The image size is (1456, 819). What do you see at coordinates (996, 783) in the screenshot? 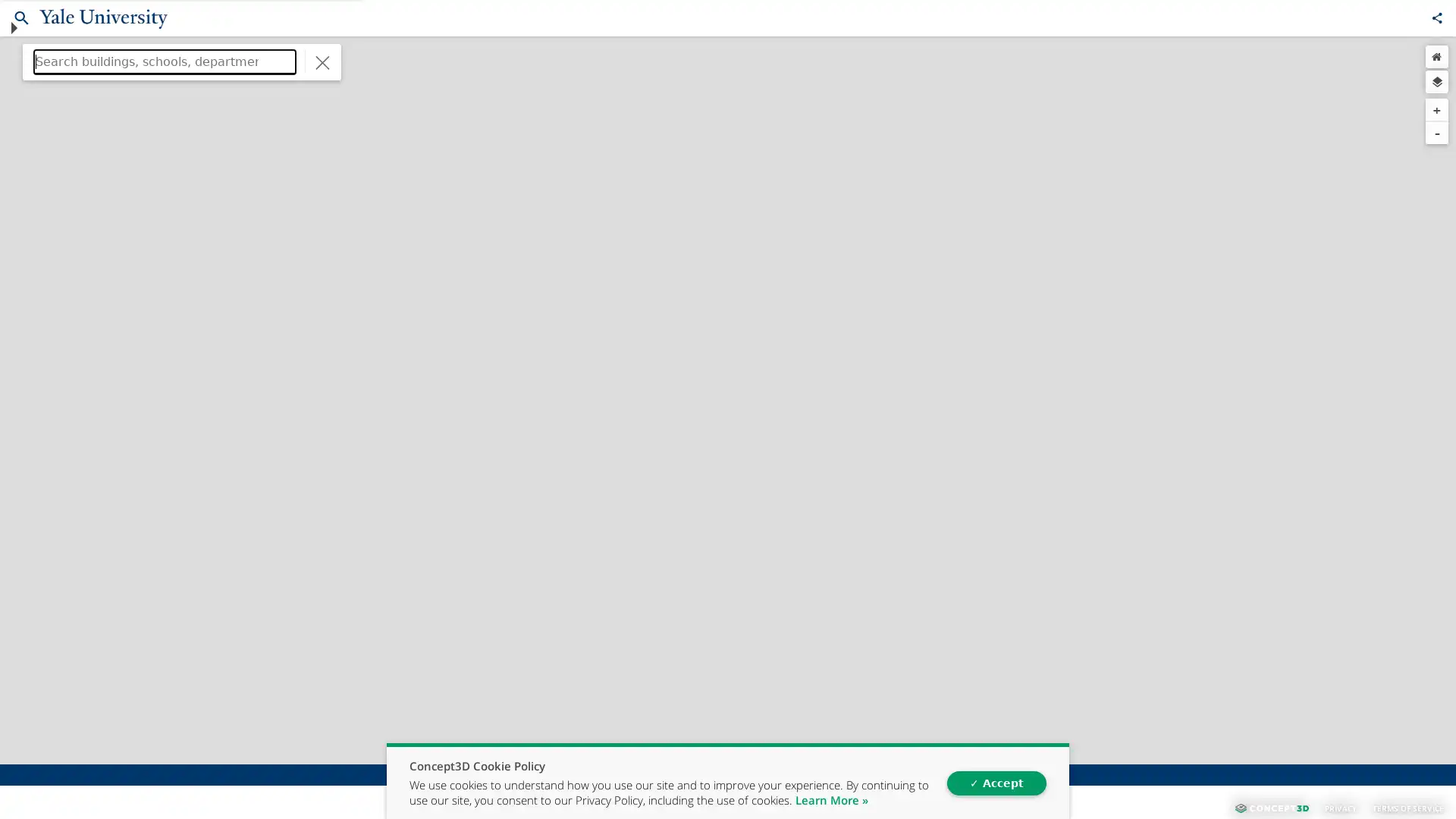
I see `Accept Use of Cookies` at bounding box center [996, 783].